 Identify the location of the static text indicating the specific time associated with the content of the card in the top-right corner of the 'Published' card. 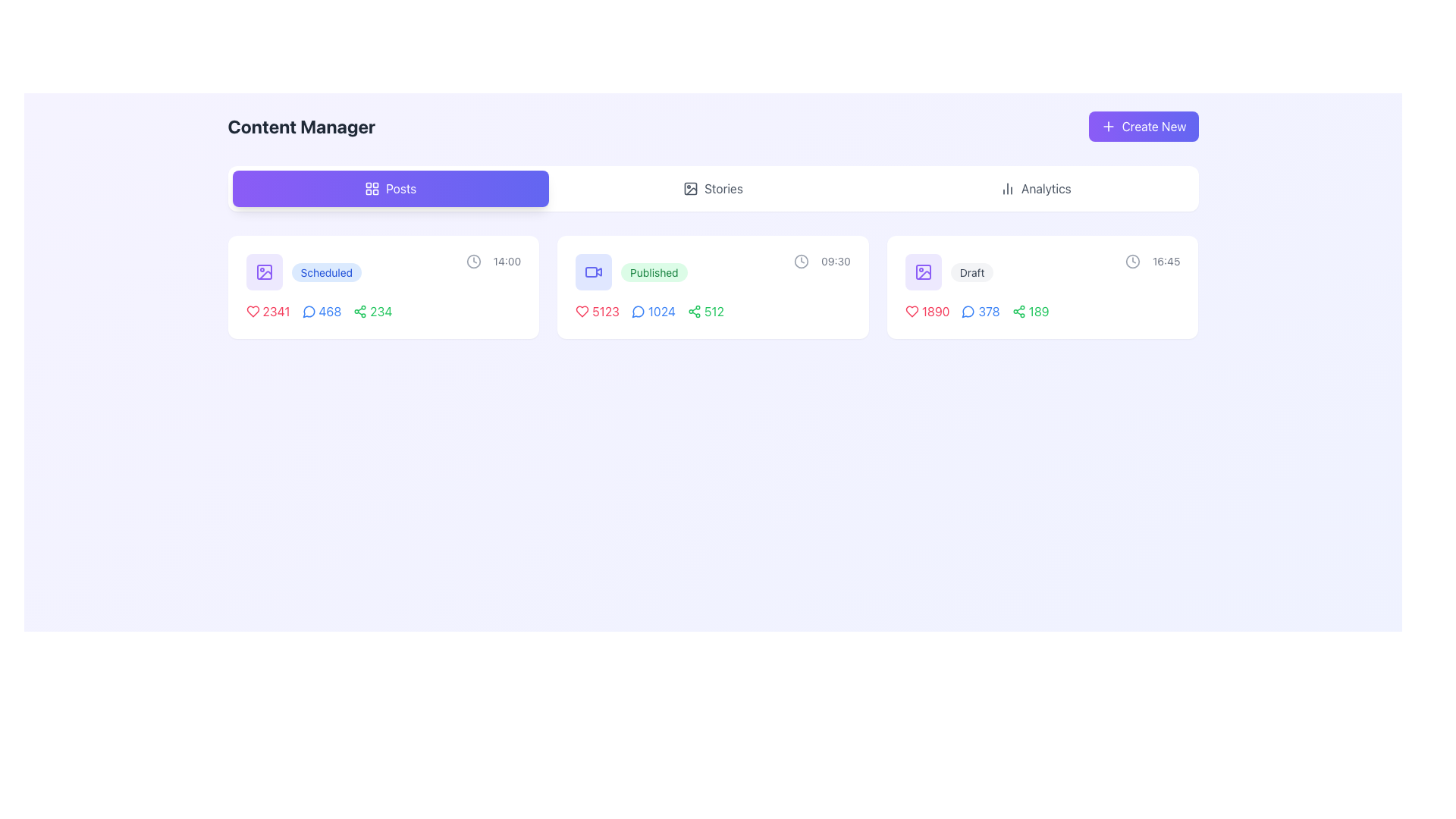
(835, 260).